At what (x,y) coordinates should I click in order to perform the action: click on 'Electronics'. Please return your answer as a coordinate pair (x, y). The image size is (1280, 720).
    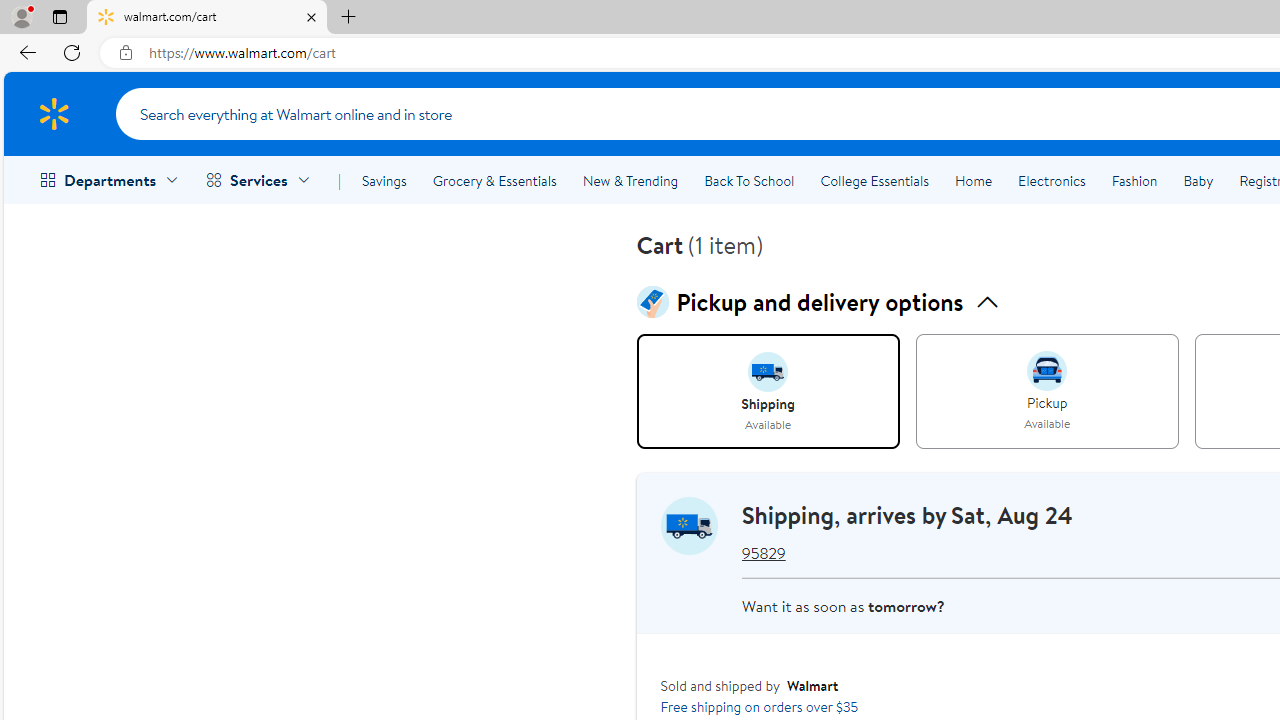
    Looking at the image, I should click on (1050, 181).